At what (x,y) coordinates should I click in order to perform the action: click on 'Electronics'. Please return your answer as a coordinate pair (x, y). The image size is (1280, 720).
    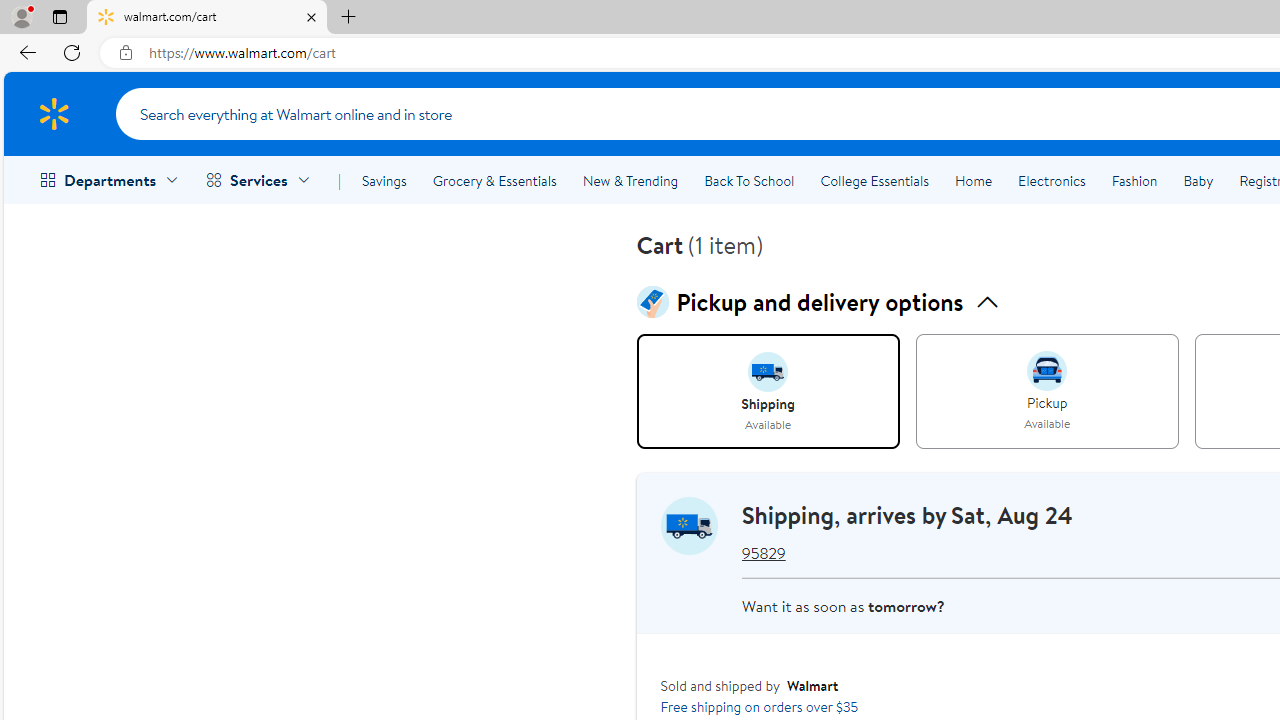
    Looking at the image, I should click on (1050, 181).